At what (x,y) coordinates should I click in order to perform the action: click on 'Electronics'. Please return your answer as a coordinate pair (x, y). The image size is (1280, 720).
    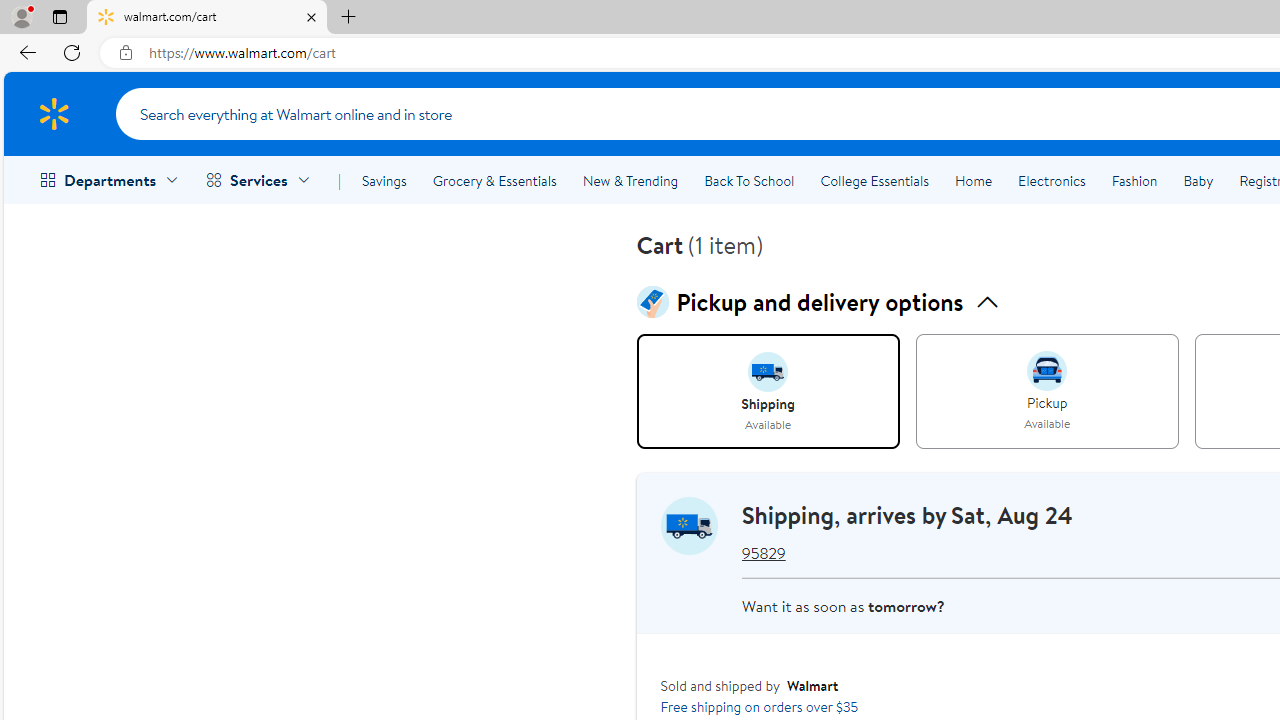
    Looking at the image, I should click on (1050, 181).